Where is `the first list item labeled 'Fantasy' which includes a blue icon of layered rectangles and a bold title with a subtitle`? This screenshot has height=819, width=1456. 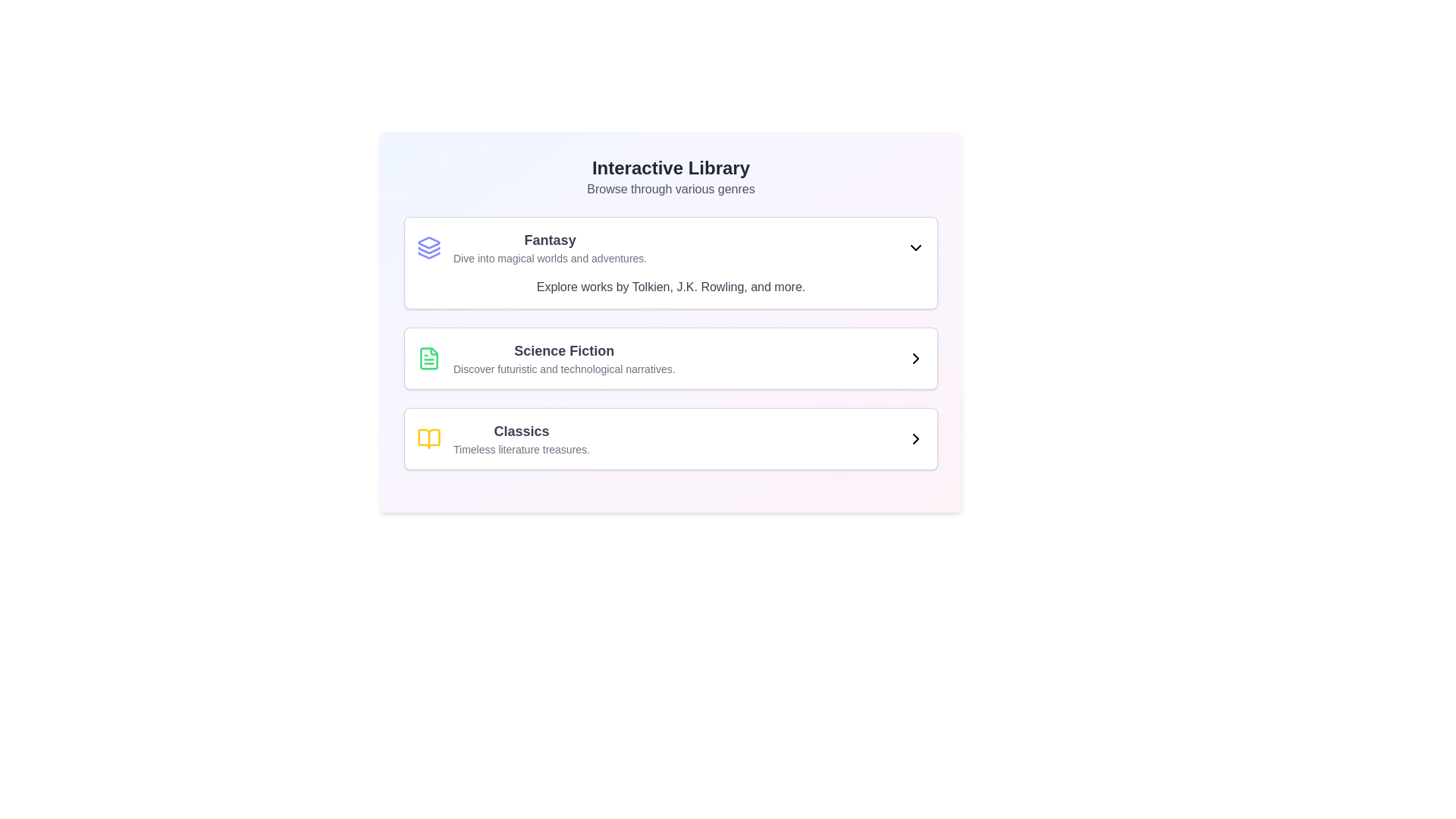
the first list item labeled 'Fantasy' which includes a blue icon of layered rectangles and a bold title with a subtitle is located at coordinates (532, 247).